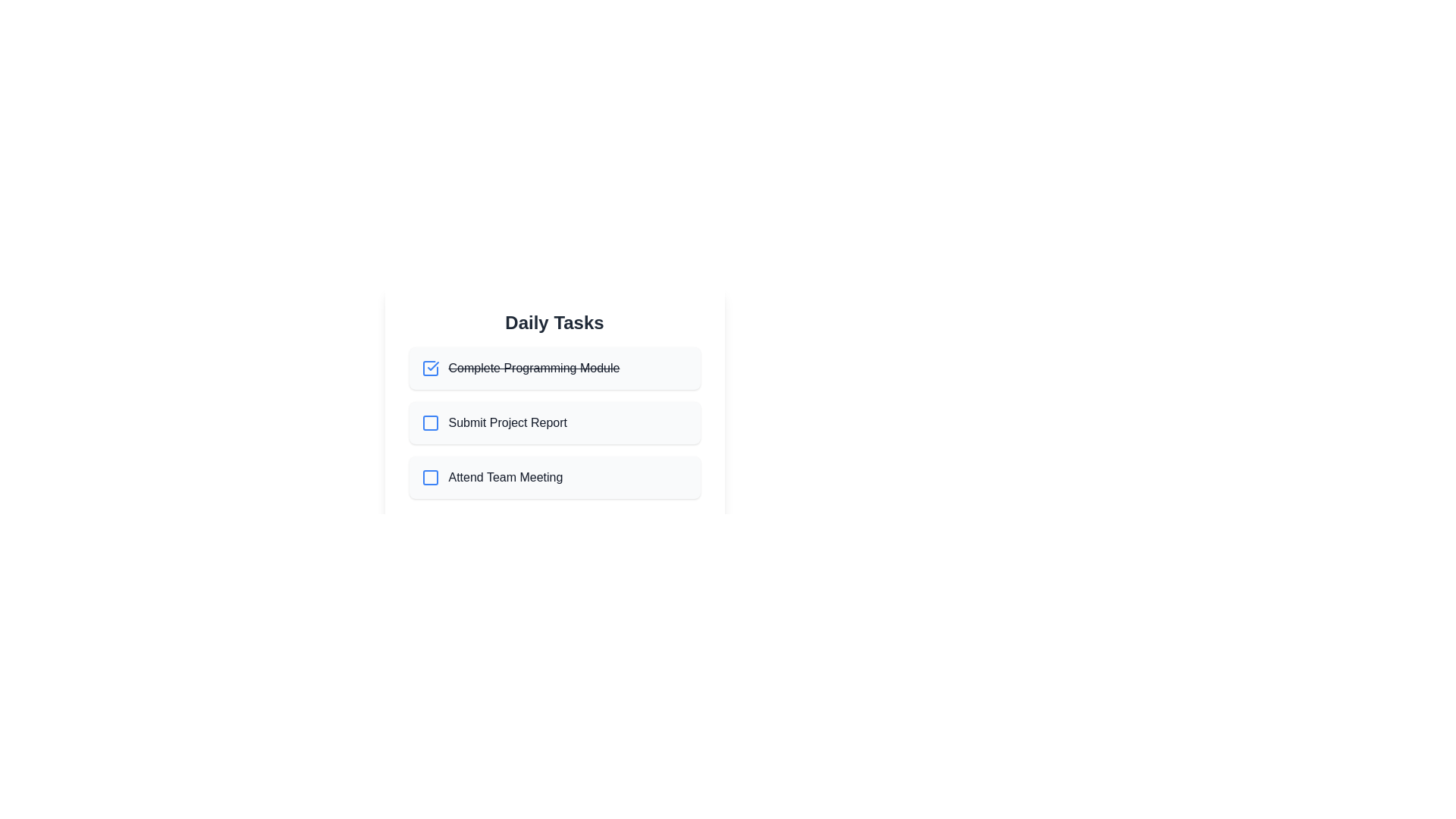  Describe the element at coordinates (429, 476) in the screenshot. I see `the checkbox located to the left of the text 'Attend Team Meeting' in the checklist interface` at that location.